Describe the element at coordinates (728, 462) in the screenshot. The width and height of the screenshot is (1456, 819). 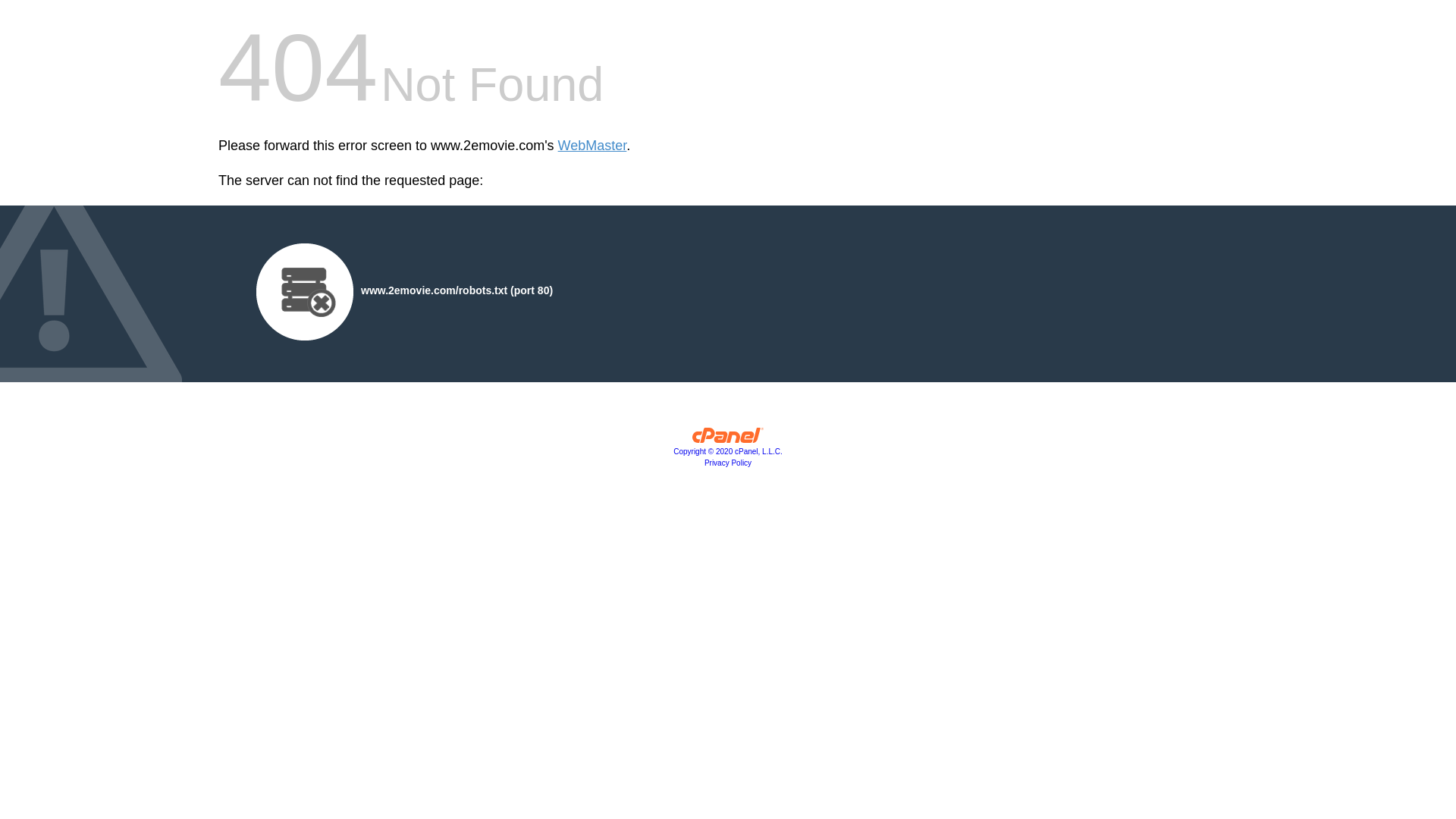
I see `'Privacy Policy'` at that location.